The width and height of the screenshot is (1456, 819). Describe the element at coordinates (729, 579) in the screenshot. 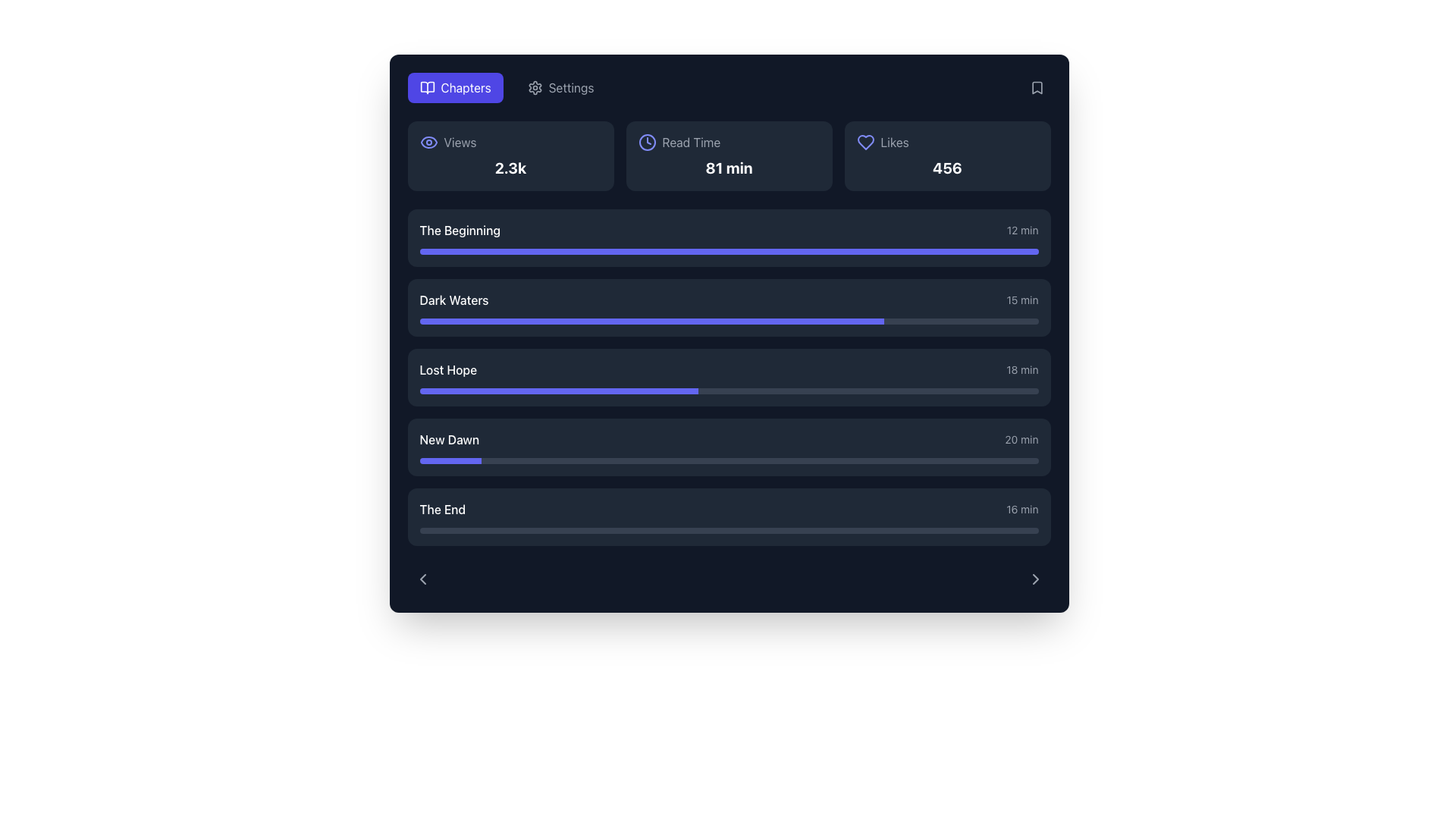

I see `the left navigation button on the control bar located at the bottom of the interface` at that location.